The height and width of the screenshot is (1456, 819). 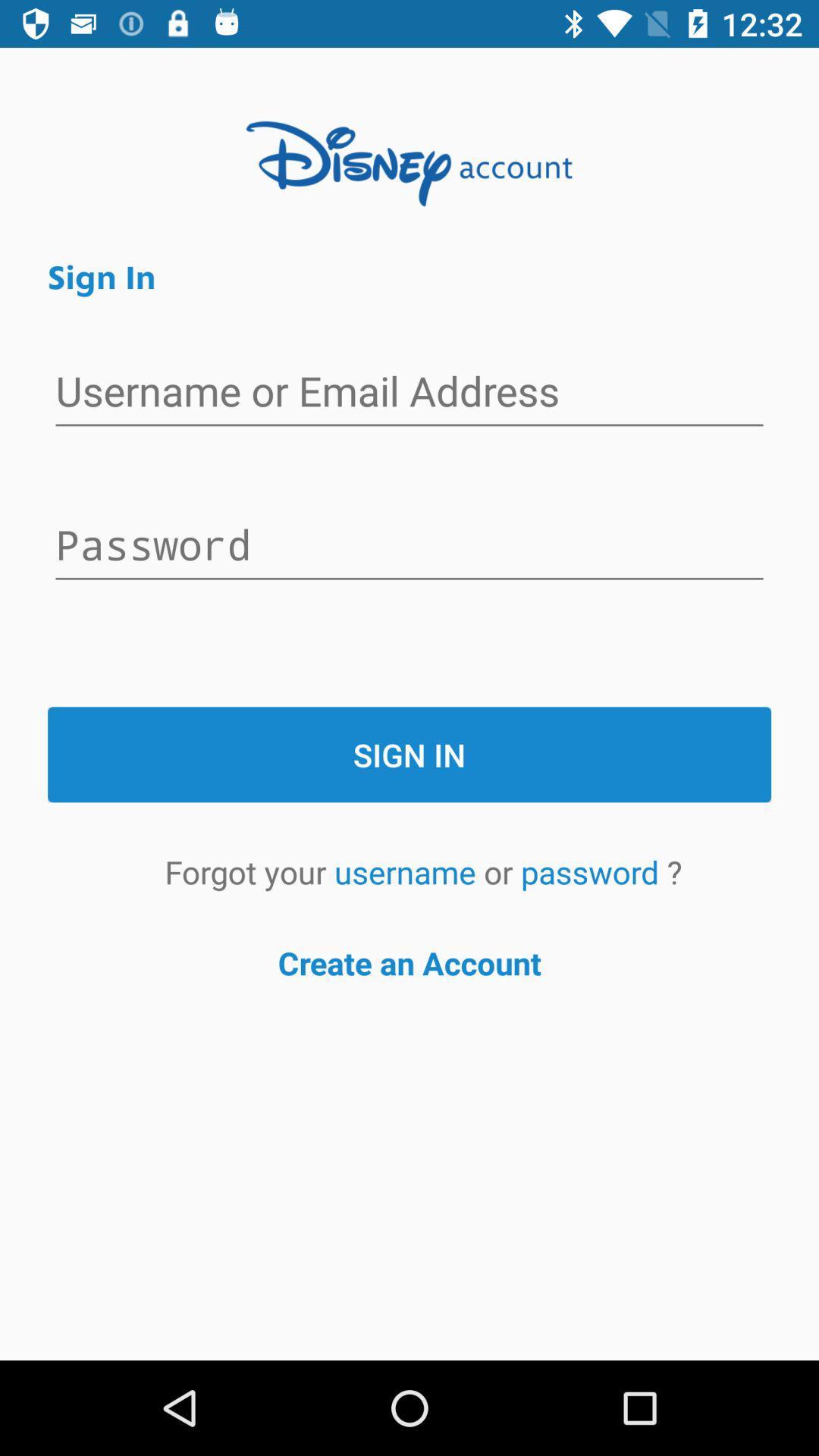 I want to click on type the password, so click(x=409, y=546).